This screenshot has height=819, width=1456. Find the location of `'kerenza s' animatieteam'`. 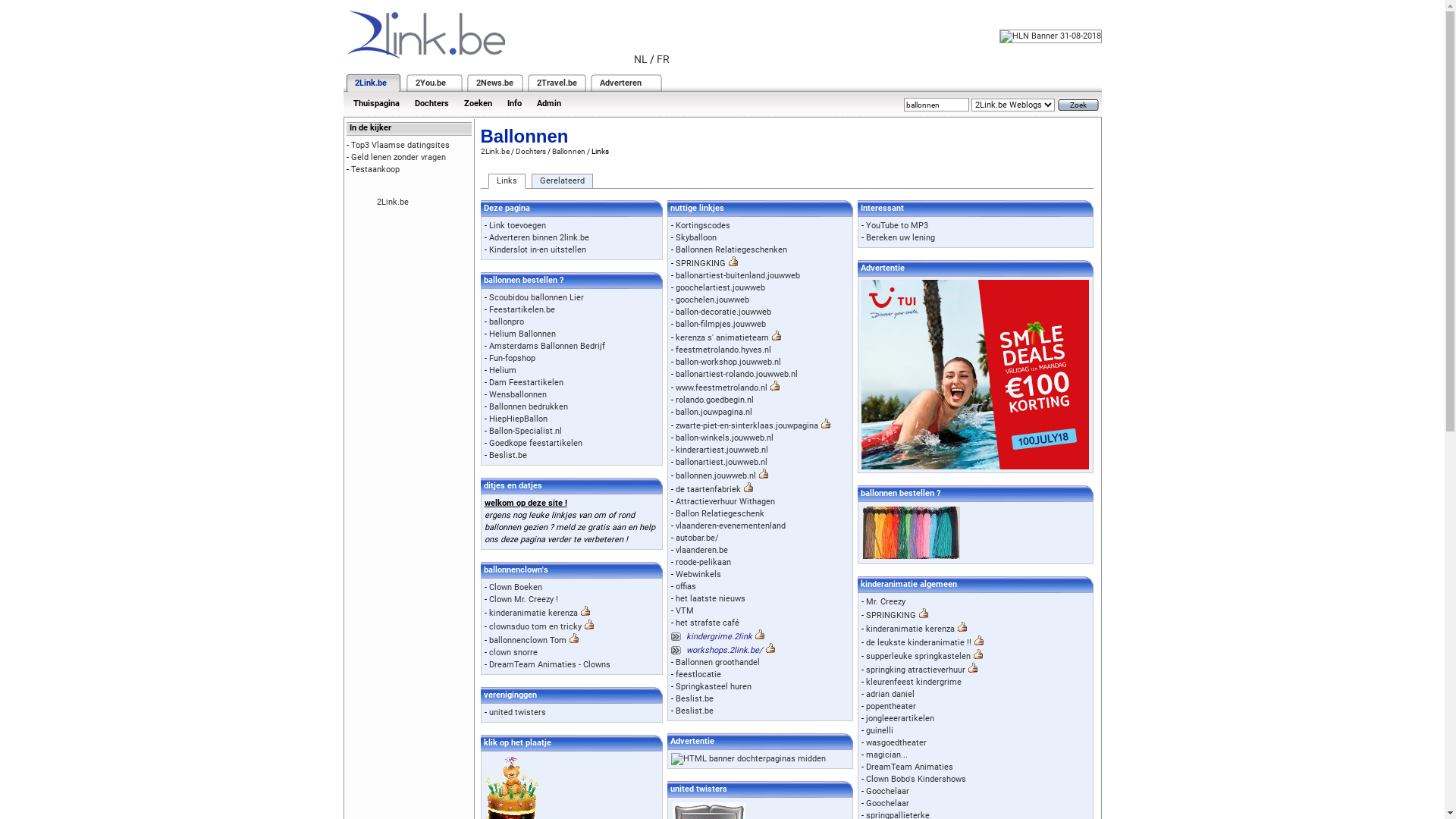

'kerenza s' animatieteam' is located at coordinates (675, 337).